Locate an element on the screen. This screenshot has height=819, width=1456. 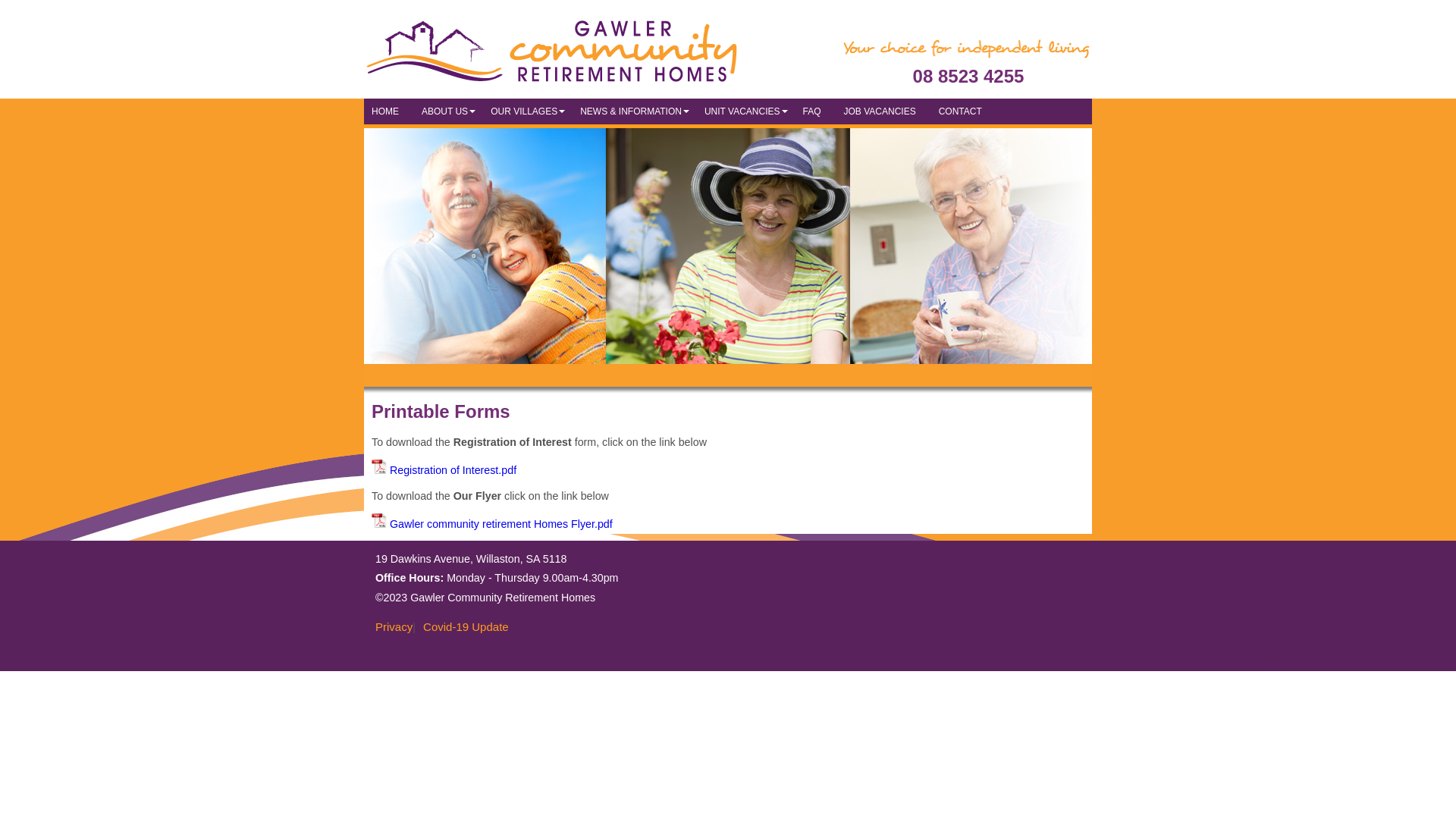
'JOB VACANCIES' is located at coordinates (883, 110).